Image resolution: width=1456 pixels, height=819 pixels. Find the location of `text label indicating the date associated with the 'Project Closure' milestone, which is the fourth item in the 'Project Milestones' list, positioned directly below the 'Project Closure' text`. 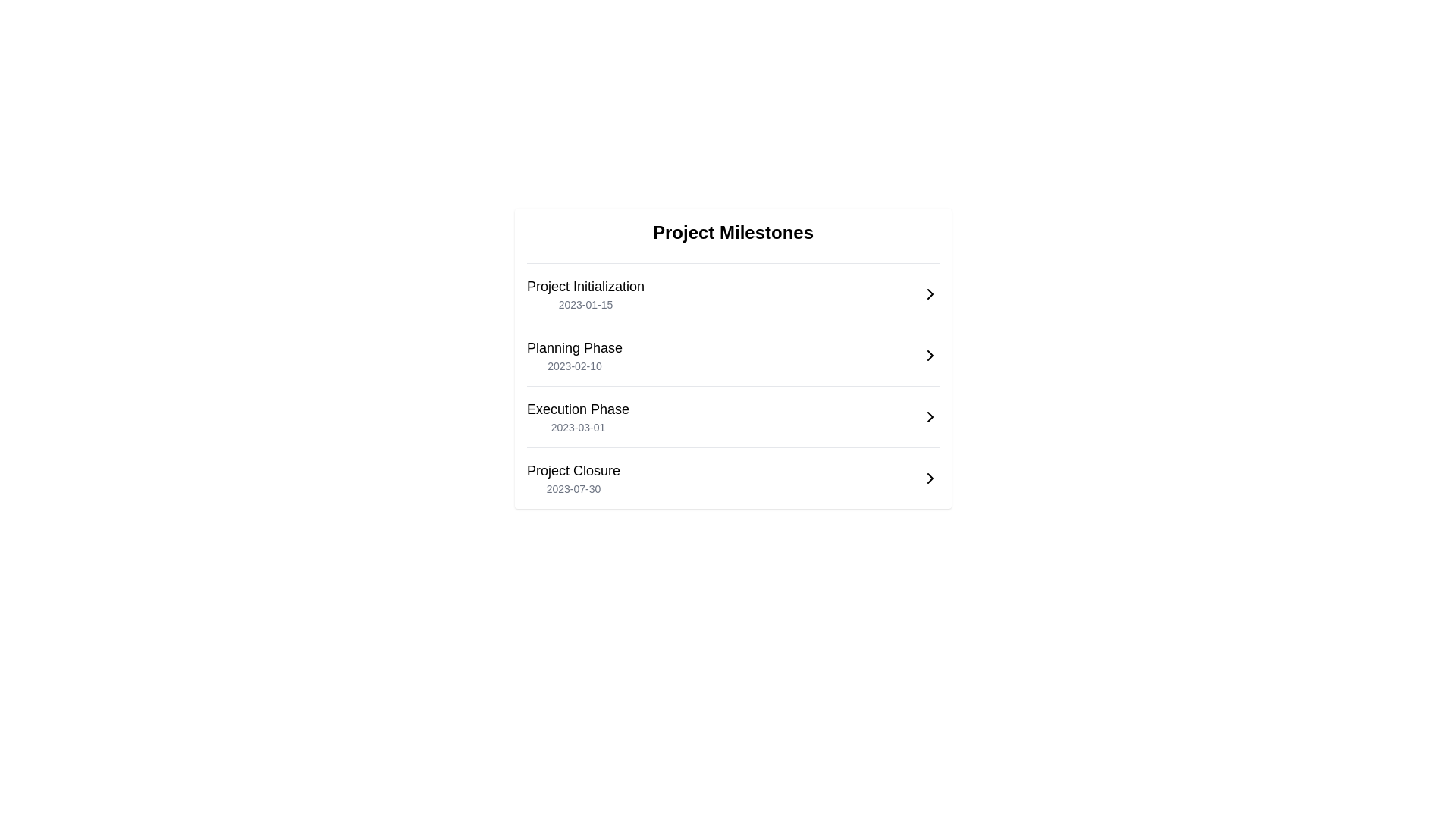

text label indicating the date associated with the 'Project Closure' milestone, which is the fourth item in the 'Project Milestones' list, positioned directly below the 'Project Closure' text is located at coordinates (573, 488).